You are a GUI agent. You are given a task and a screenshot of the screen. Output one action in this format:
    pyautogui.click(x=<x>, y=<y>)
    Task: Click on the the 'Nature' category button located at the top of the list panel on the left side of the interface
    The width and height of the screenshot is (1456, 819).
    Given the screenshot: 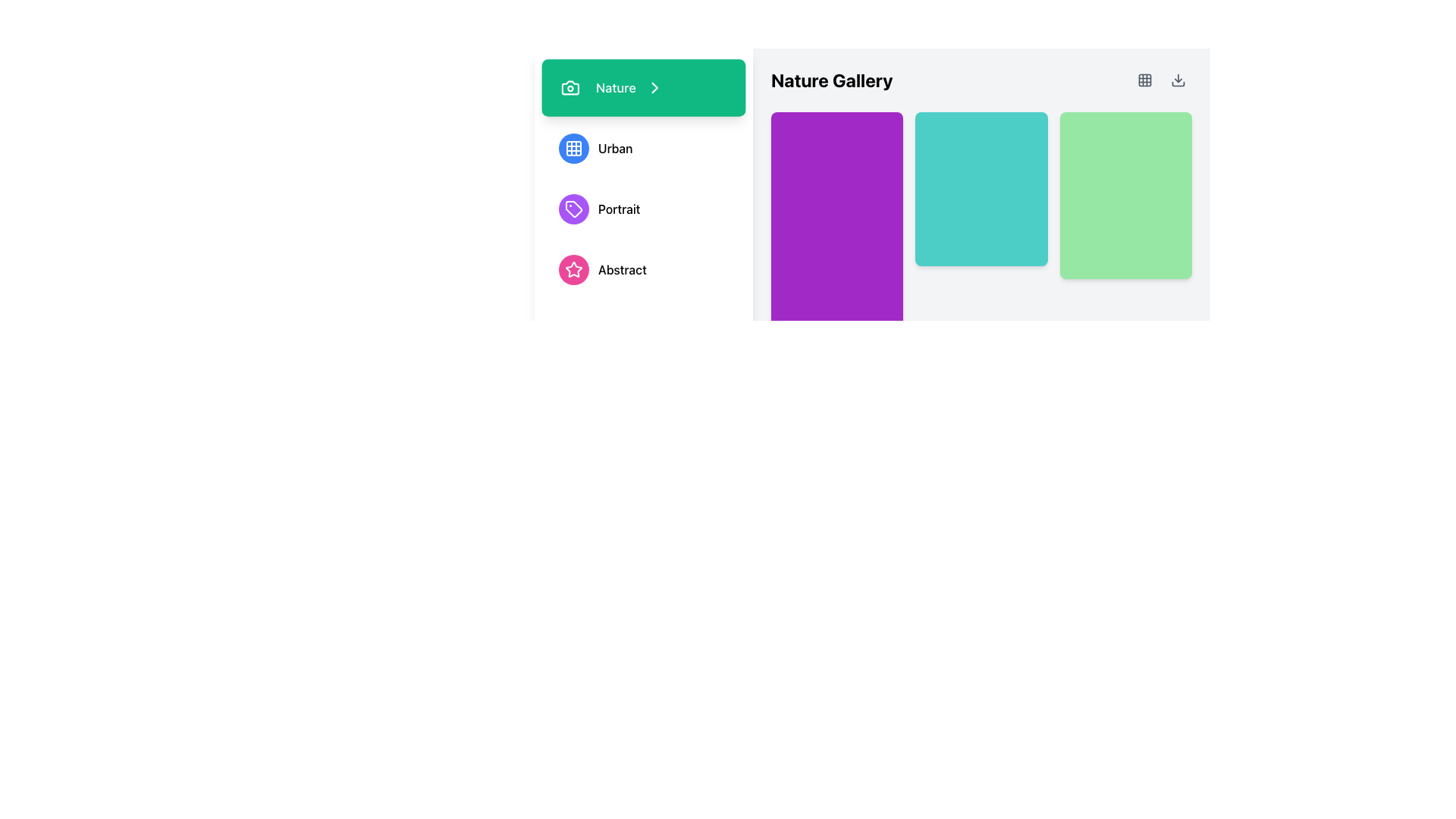 What is the action you would take?
    pyautogui.click(x=644, y=87)
    